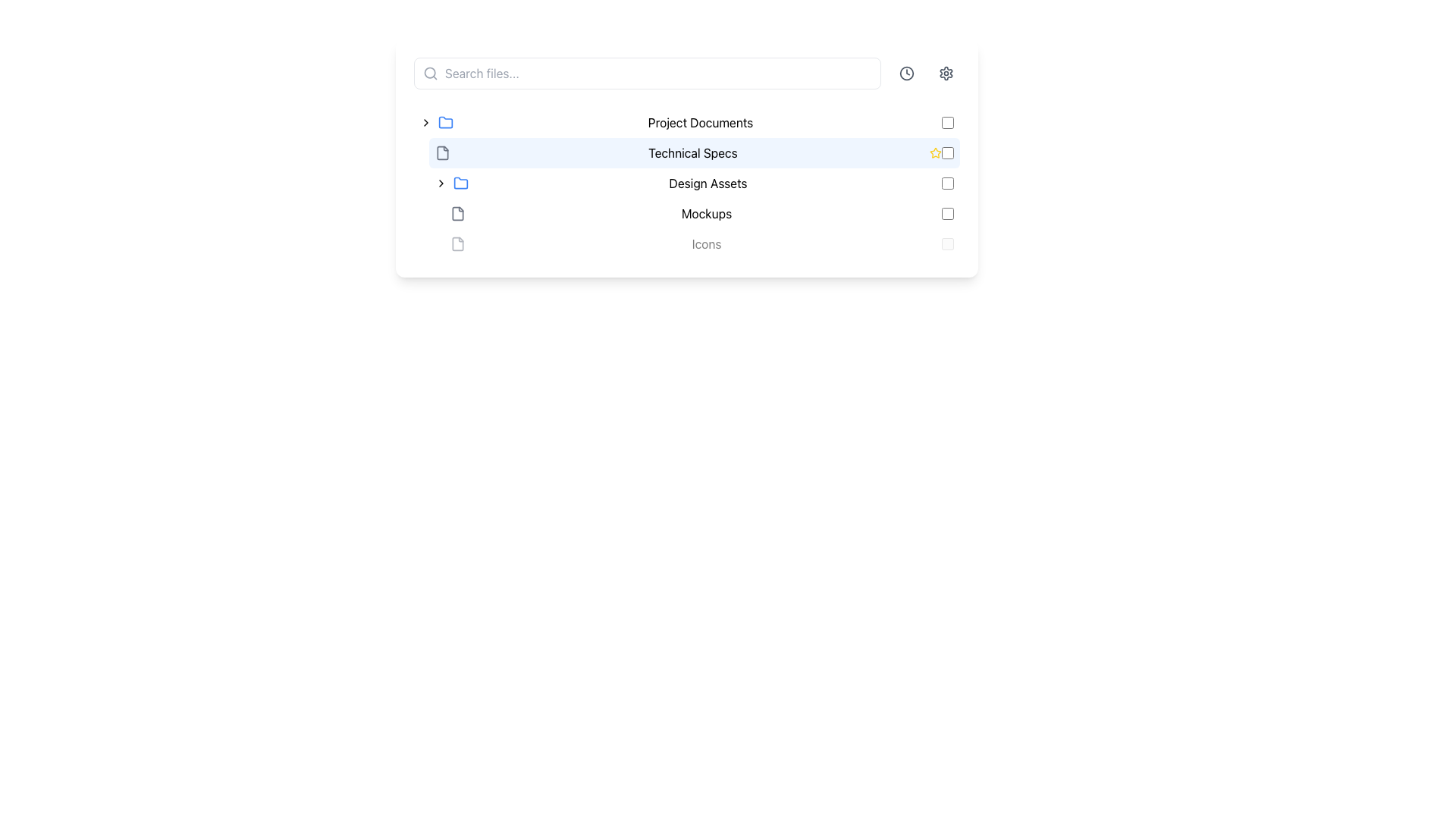 The height and width of the screenshot is (819, 1456). I want to click on the icon that visually indicates the 'Technical Specs' document, positioned to the left of the 'Technical Specs' text, so click(442, 152).